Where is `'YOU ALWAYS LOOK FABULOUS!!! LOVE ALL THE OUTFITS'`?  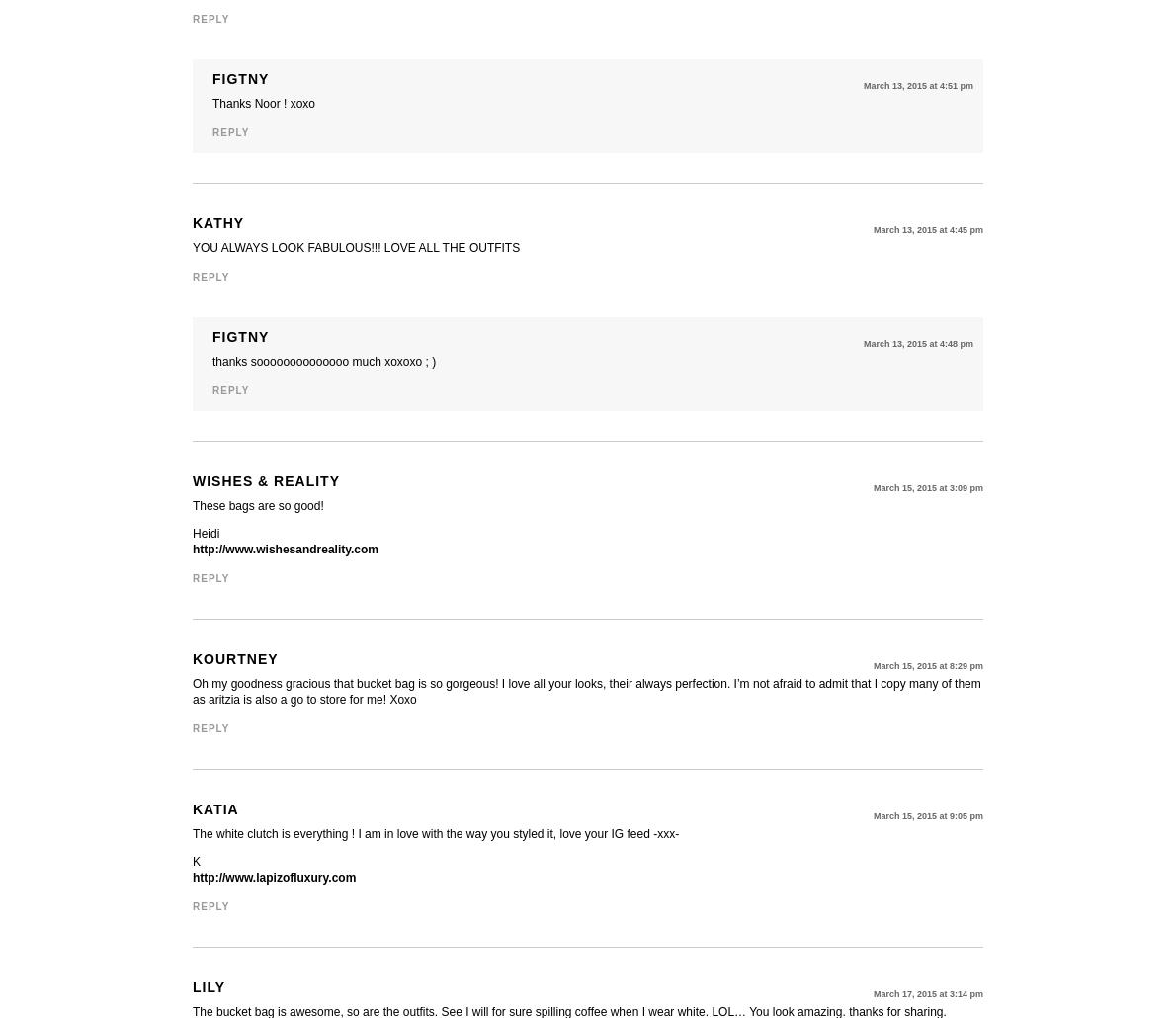
'YOU ALWAYS LOOK FABULOUS!!! LOVE ALL THE OUTFITS' is located at coordinates (355, 248).